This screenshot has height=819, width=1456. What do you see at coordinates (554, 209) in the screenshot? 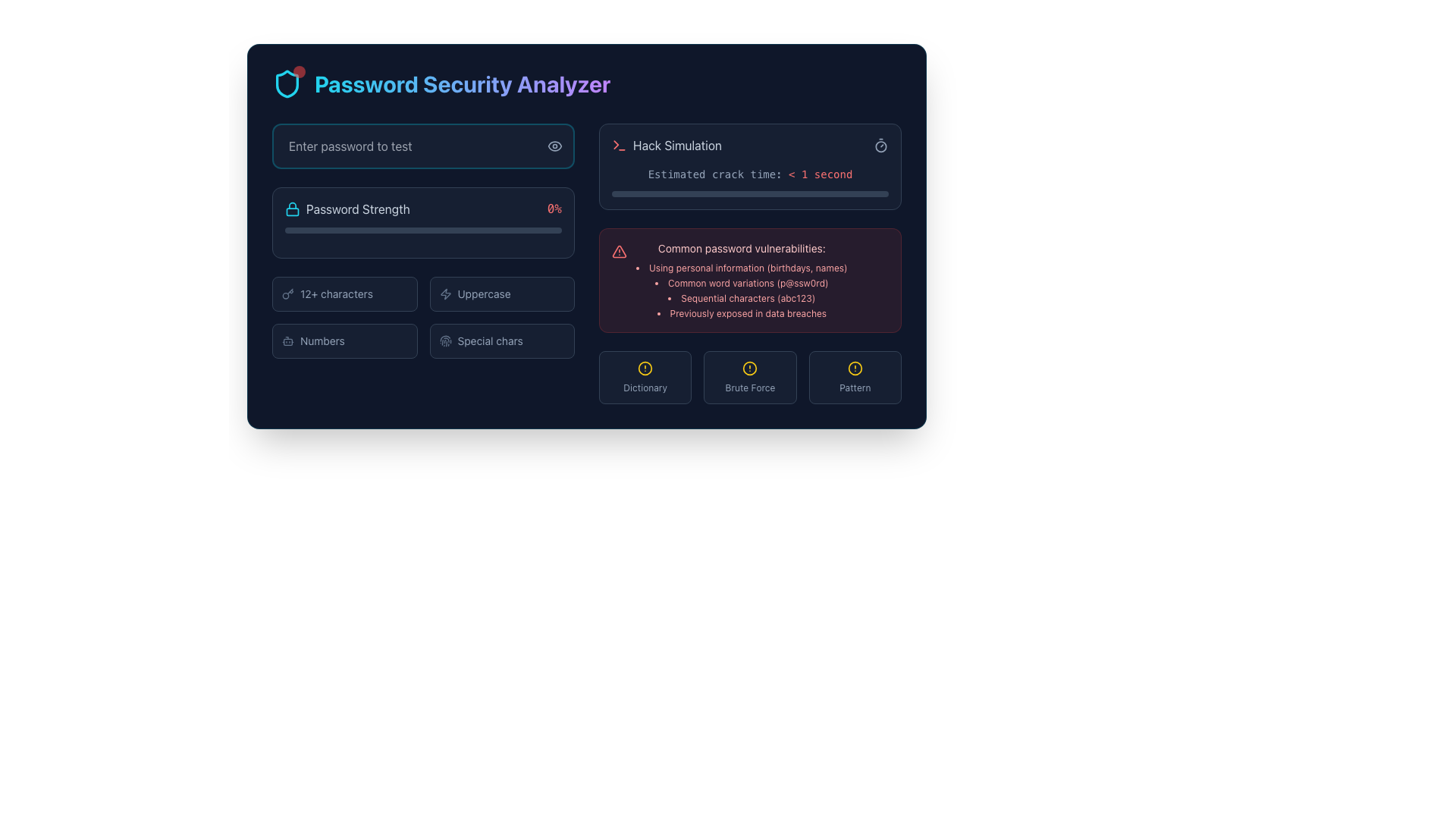
I see `the static text element displaying '0%' in red color, located to the right of the 'Password Strength' label` at bounding box center [554, 209].